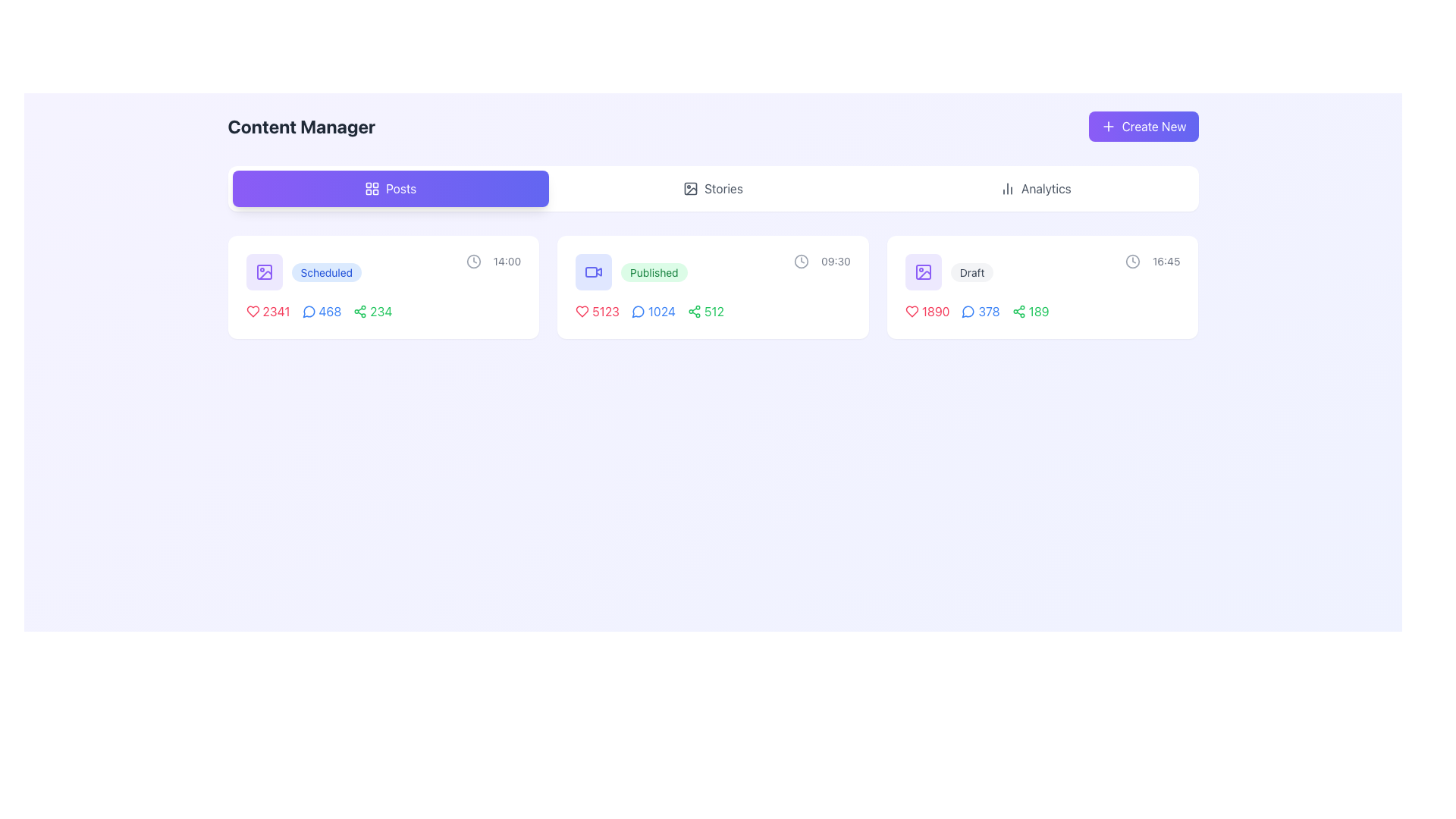 This screenshot has width=1456, height=819. I want to click on the small clock icon with a circular shape located in the 'Scheduled' category of the dashboard, which appears to the right of the blue 'Scheduled' label and just before the time display '14:00', so click(472, 260).